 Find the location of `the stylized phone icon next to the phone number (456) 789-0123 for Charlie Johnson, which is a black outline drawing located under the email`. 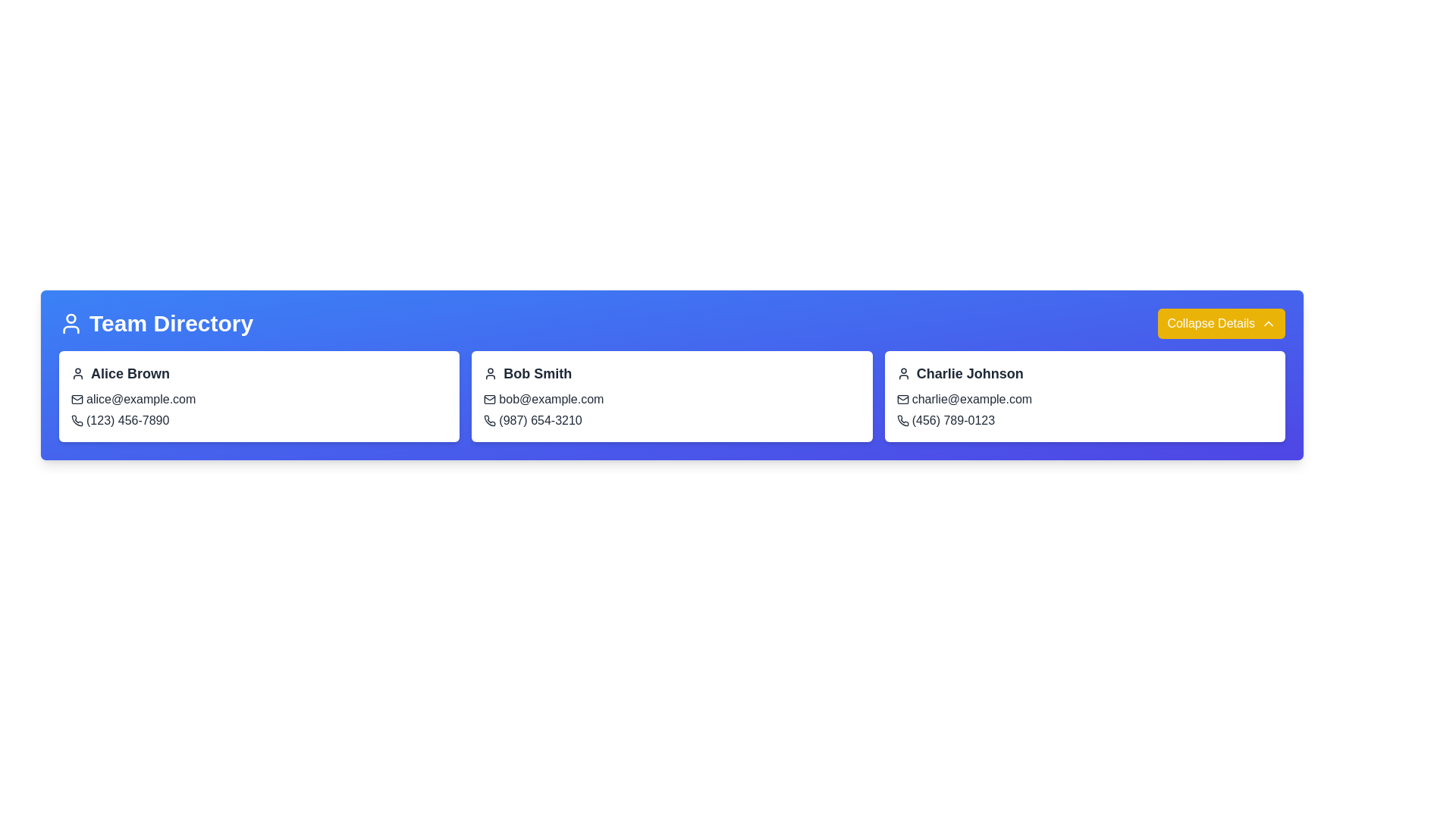

the stylized phone icon next to the phone number (456) 789-0123 for Charlie Johnson, which is a black outline drawing located under the email is located at coordinates (902, 421).